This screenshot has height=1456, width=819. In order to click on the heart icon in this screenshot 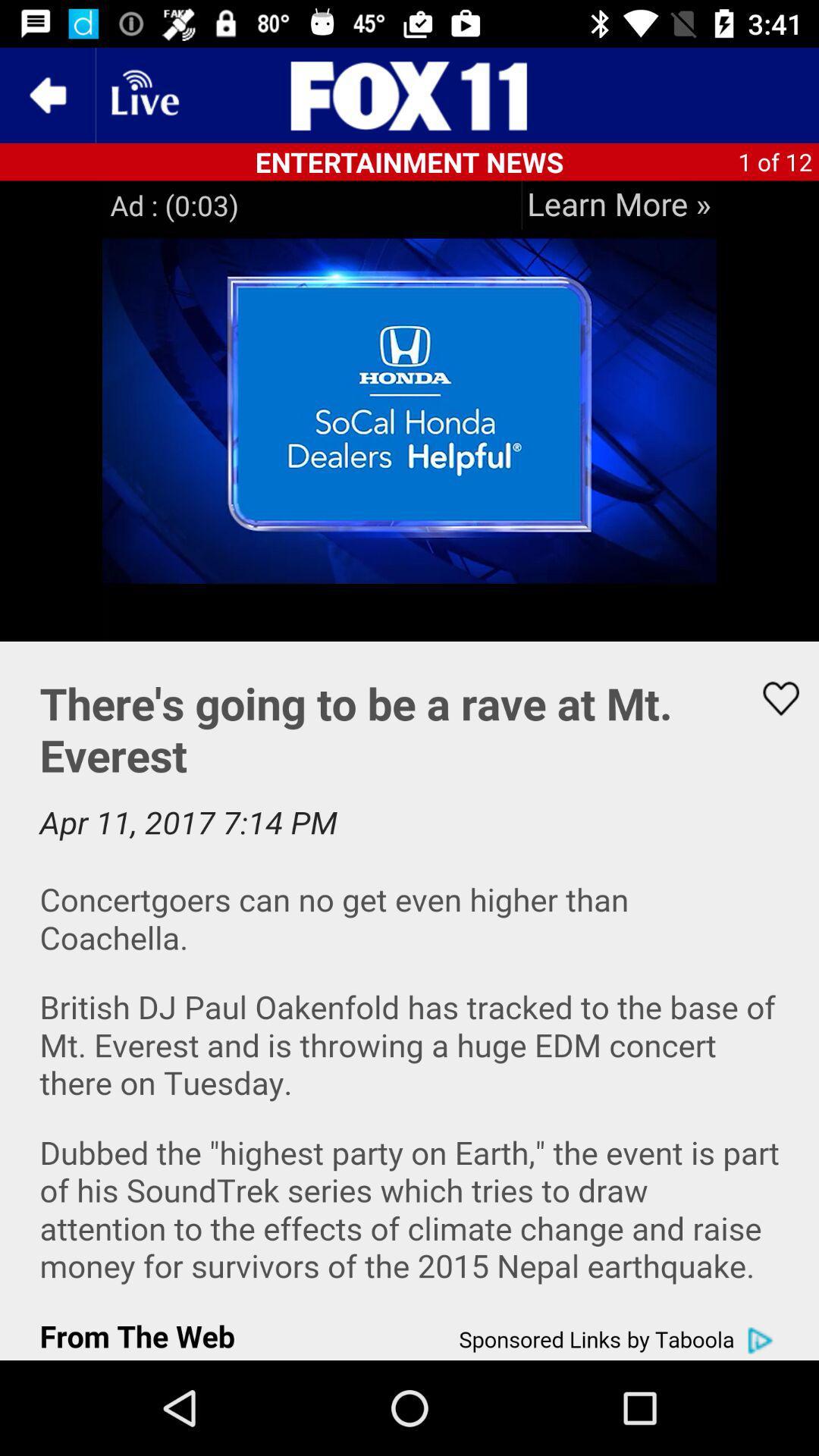, I will do `click(771, 698)`.